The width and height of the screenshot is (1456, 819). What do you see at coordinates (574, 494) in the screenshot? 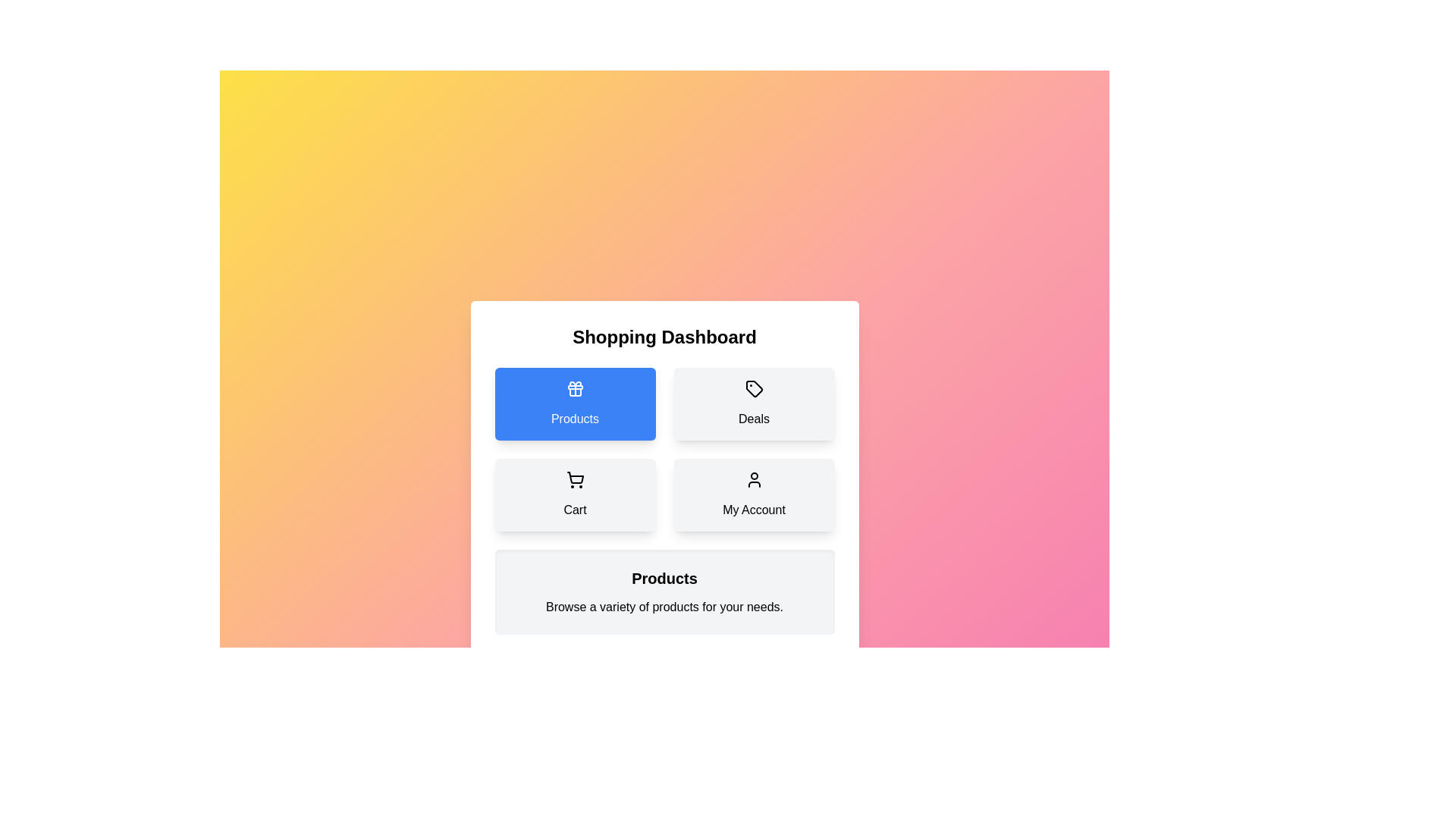
I see `the 'Cart' button to view the Cart category` at bounding box center [574, 494].